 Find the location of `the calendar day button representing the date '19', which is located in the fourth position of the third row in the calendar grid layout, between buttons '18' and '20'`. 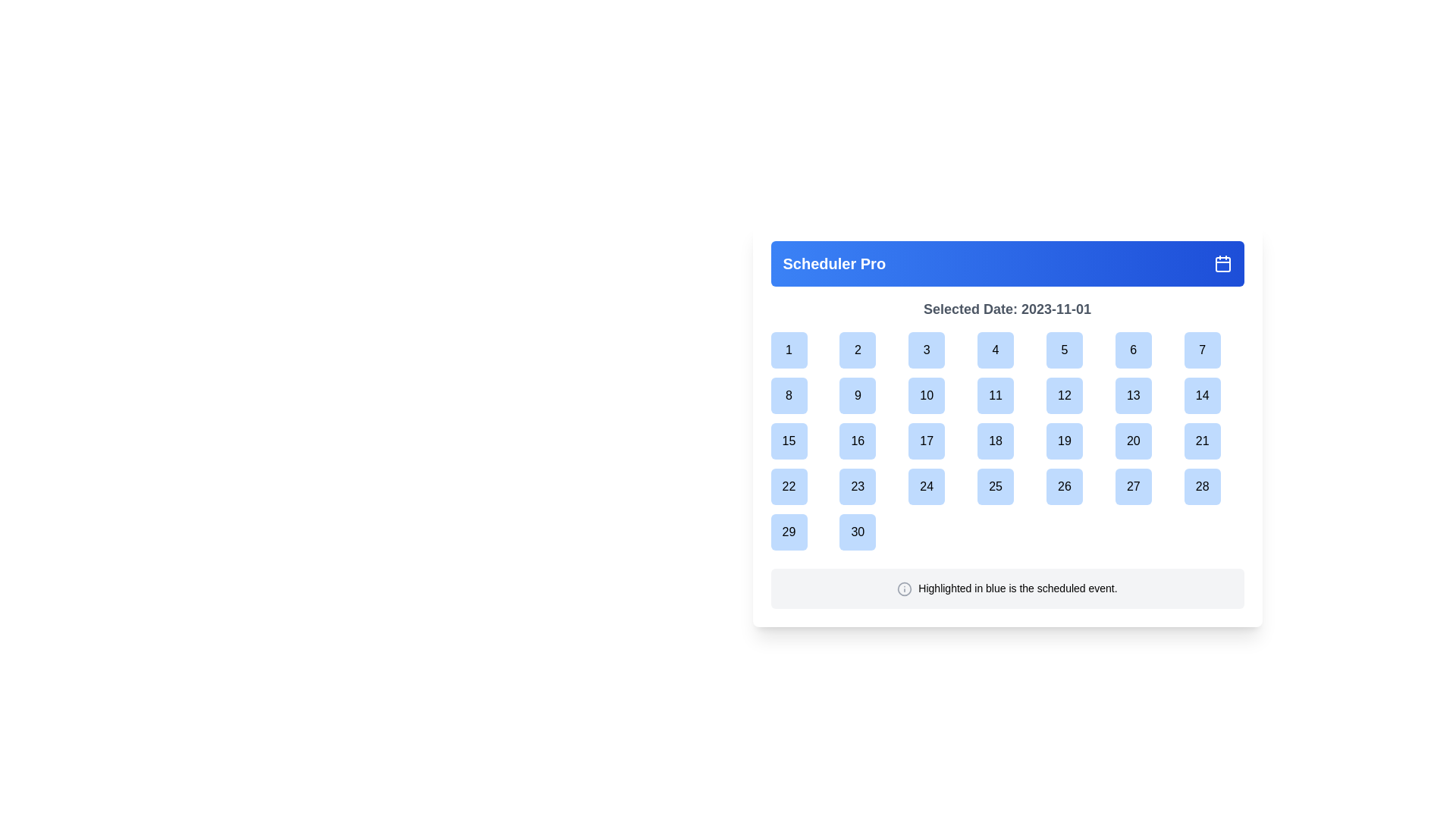

the calendar day button representing the date '19', which is located in the fourth position of the third row in the calendar grid layout, between buttons '18' and '20' is located at coordinates (1063, 441).